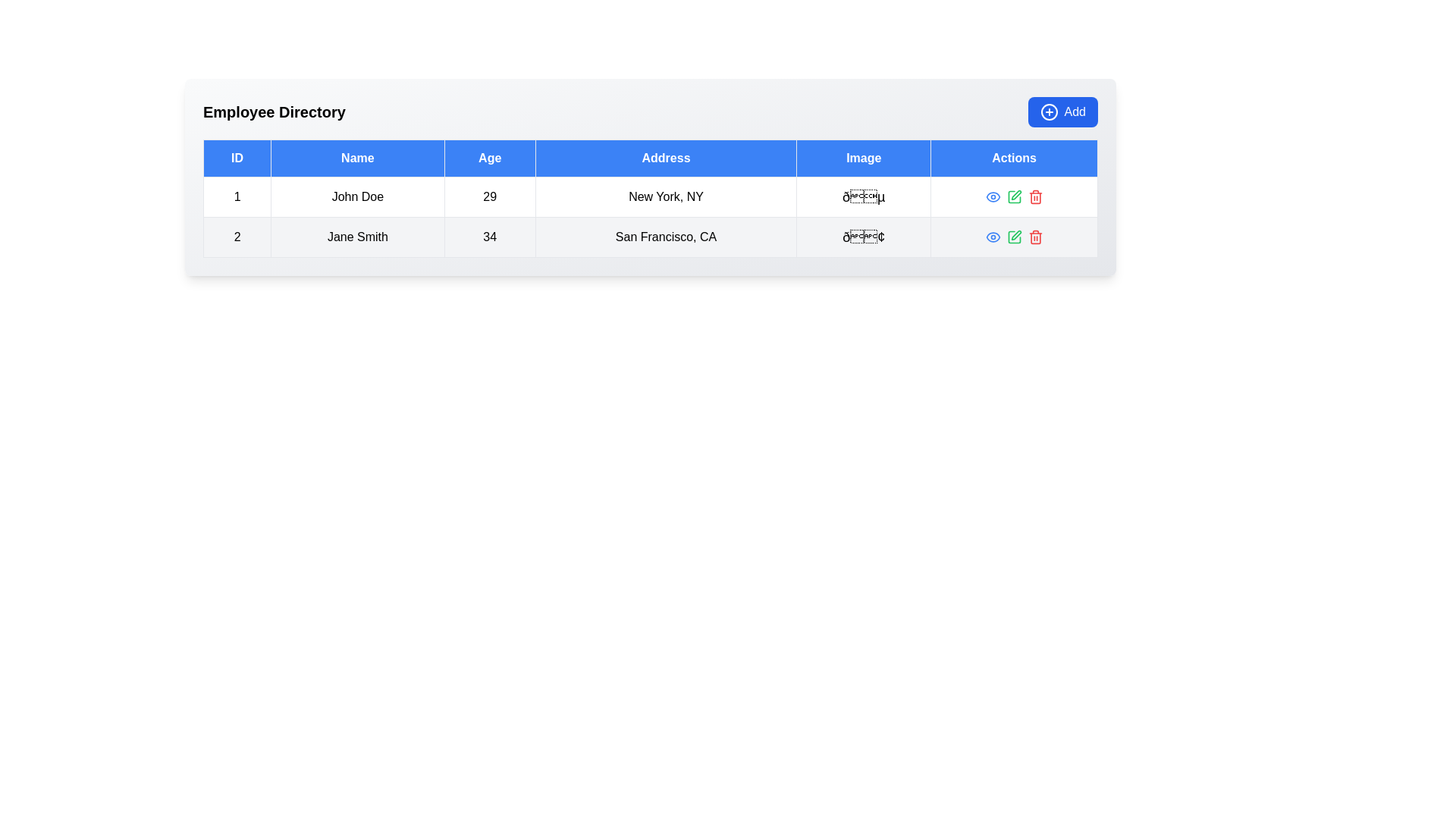 Image resolution: width=1456 pixels, height=819 pixels. What do you see at coordinates (1016, 194) in the screenshot?
I see `the edit icon in the 'Actions' column for the second row entry ('Jane Smith')` at bounding box center [1016, 194].